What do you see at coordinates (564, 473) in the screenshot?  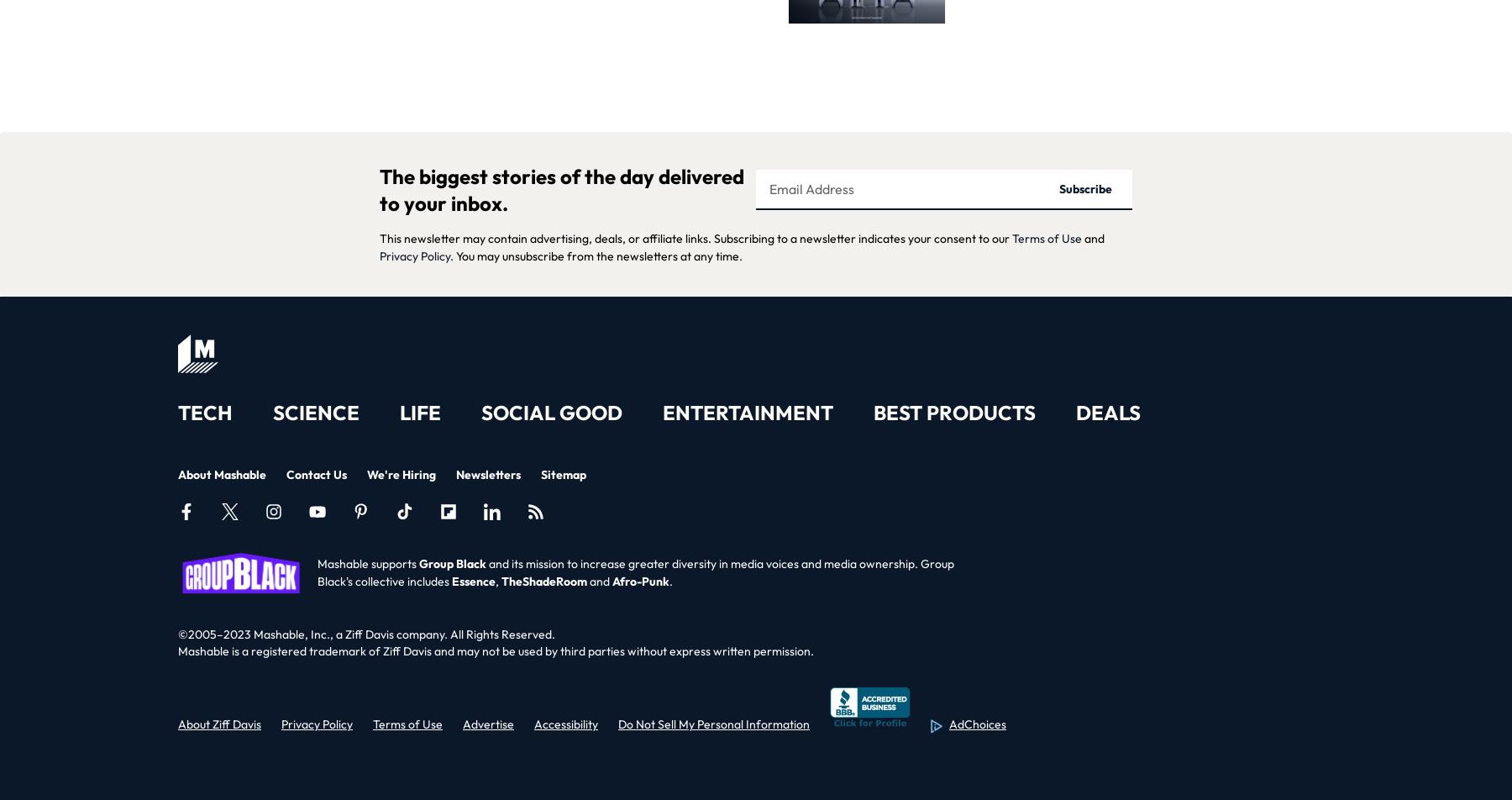 I see `'Sitemap'` at bounding box center [564, 473].